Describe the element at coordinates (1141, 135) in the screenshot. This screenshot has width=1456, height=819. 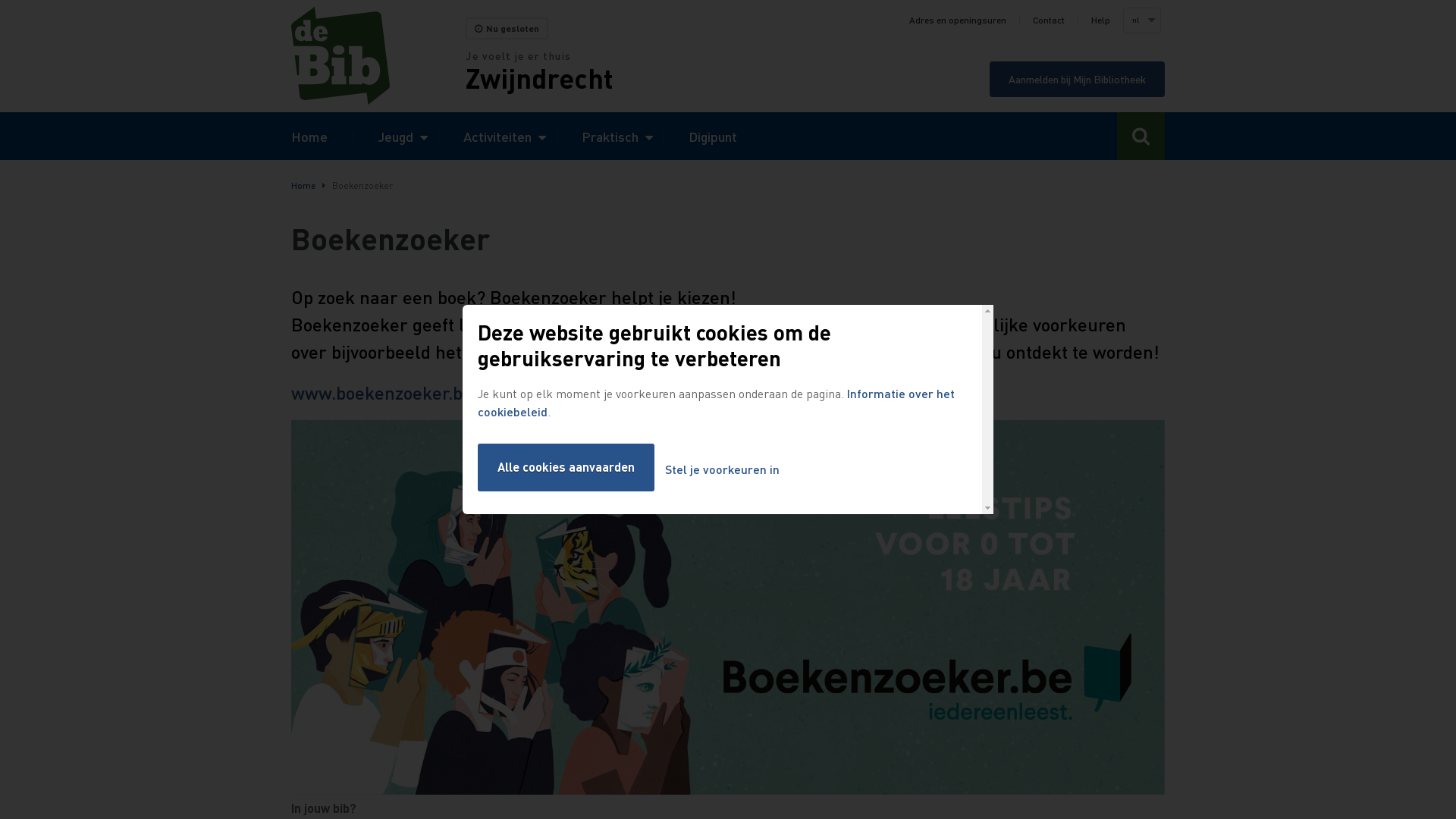
I see `'Toggle search'` at that location.